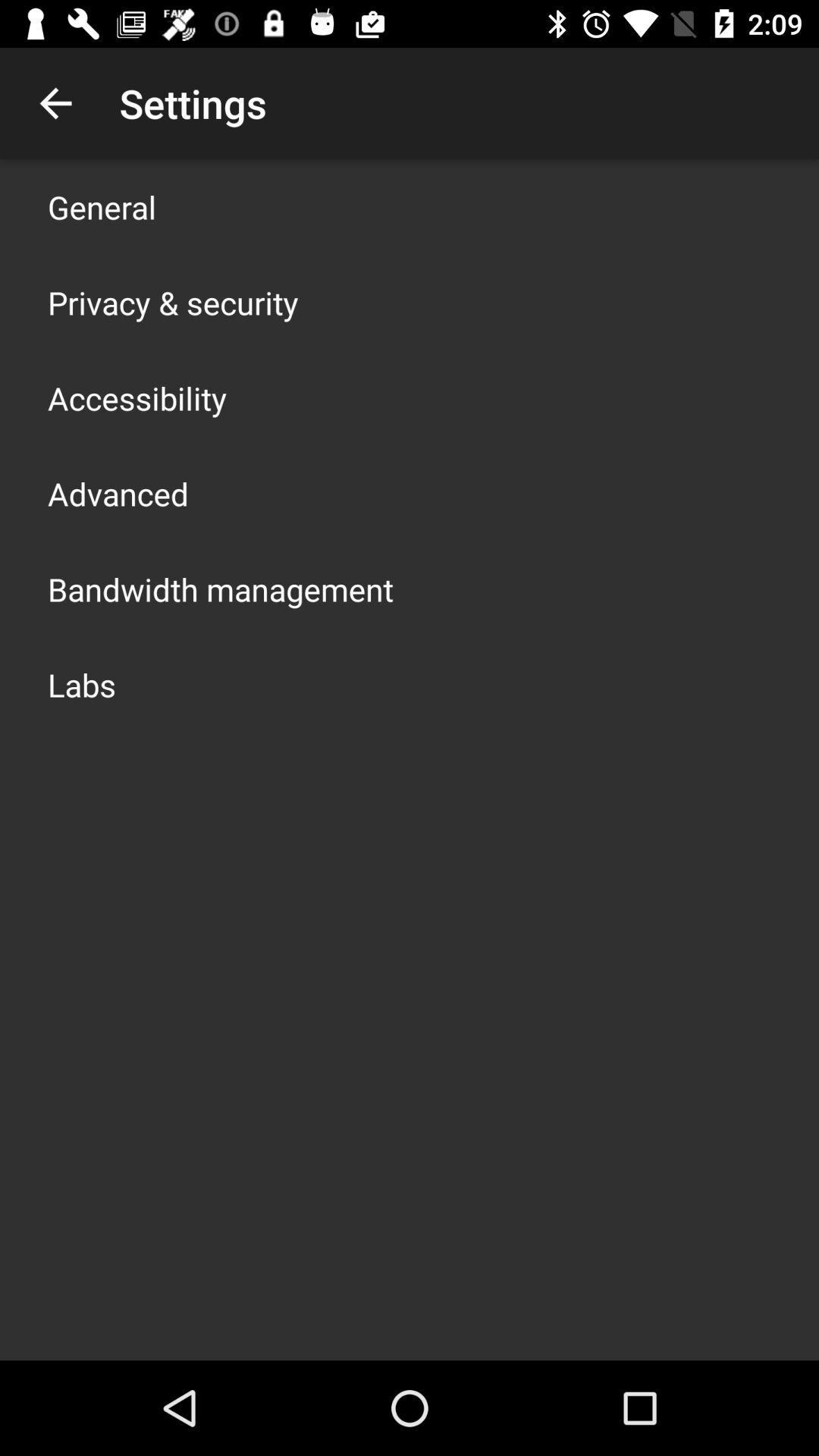 This screenshot has width=819, height=1456. I want to click on the privacy & security, so click(172, 302).